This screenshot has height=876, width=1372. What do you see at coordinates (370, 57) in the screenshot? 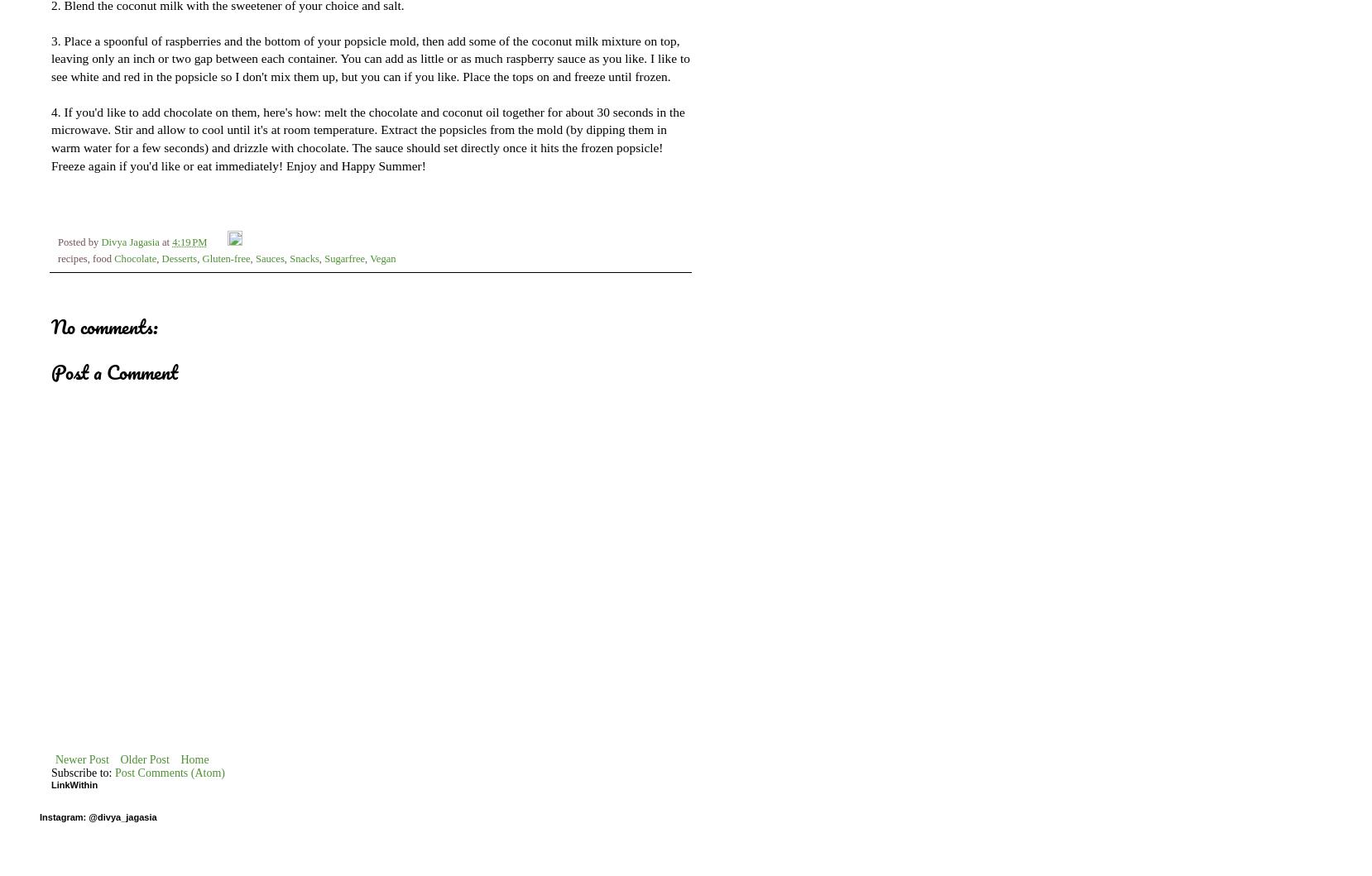
I see `'3. Place a spoonful of raspberries and the bottom of your popsicle mold, then add some of the coconut milk mixture on top, leaving only an inch or two gap between each container. You can add as little or as much raspberry sauce as you like. I like to see white and red in the popsicle so I don't mix them up, but you can if you like. Place the tops on and freeze until frozen.'` at bounding box center [370, 57].